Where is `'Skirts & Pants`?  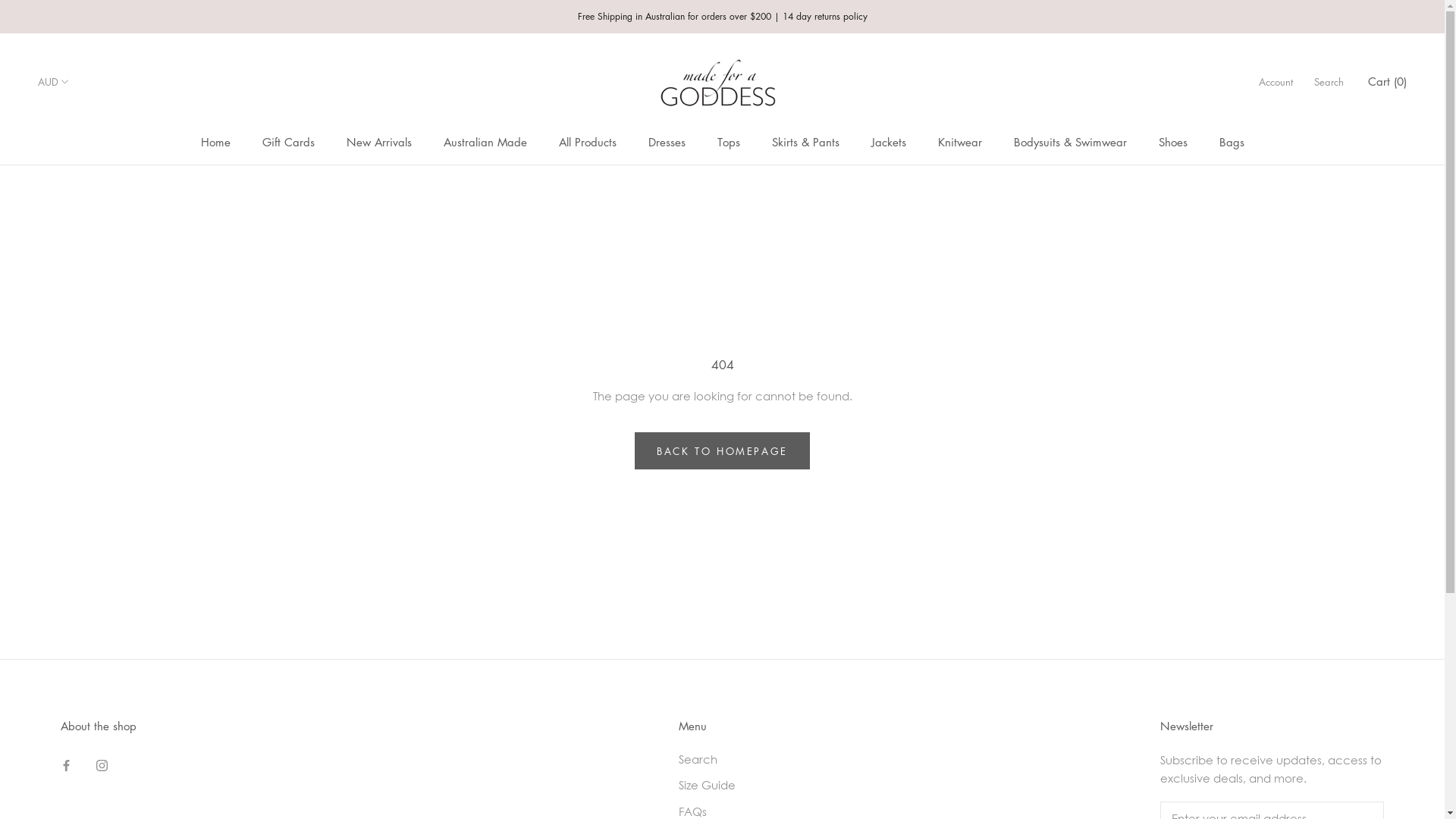 'Skirts & Pants is located at coordinates (805, 141).